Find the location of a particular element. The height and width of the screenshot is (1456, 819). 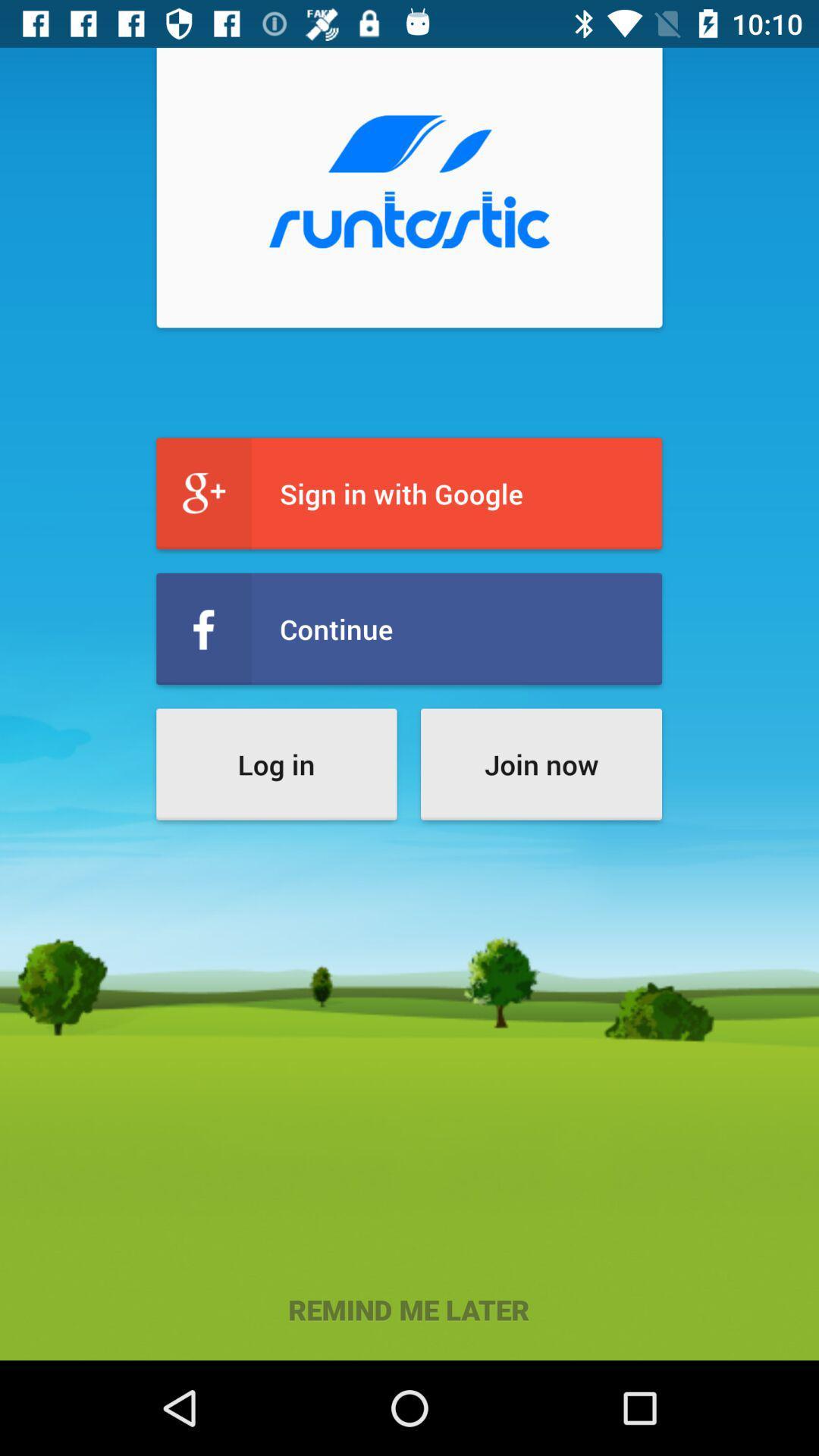

item above continue icon is located at coordinates (408, 494).